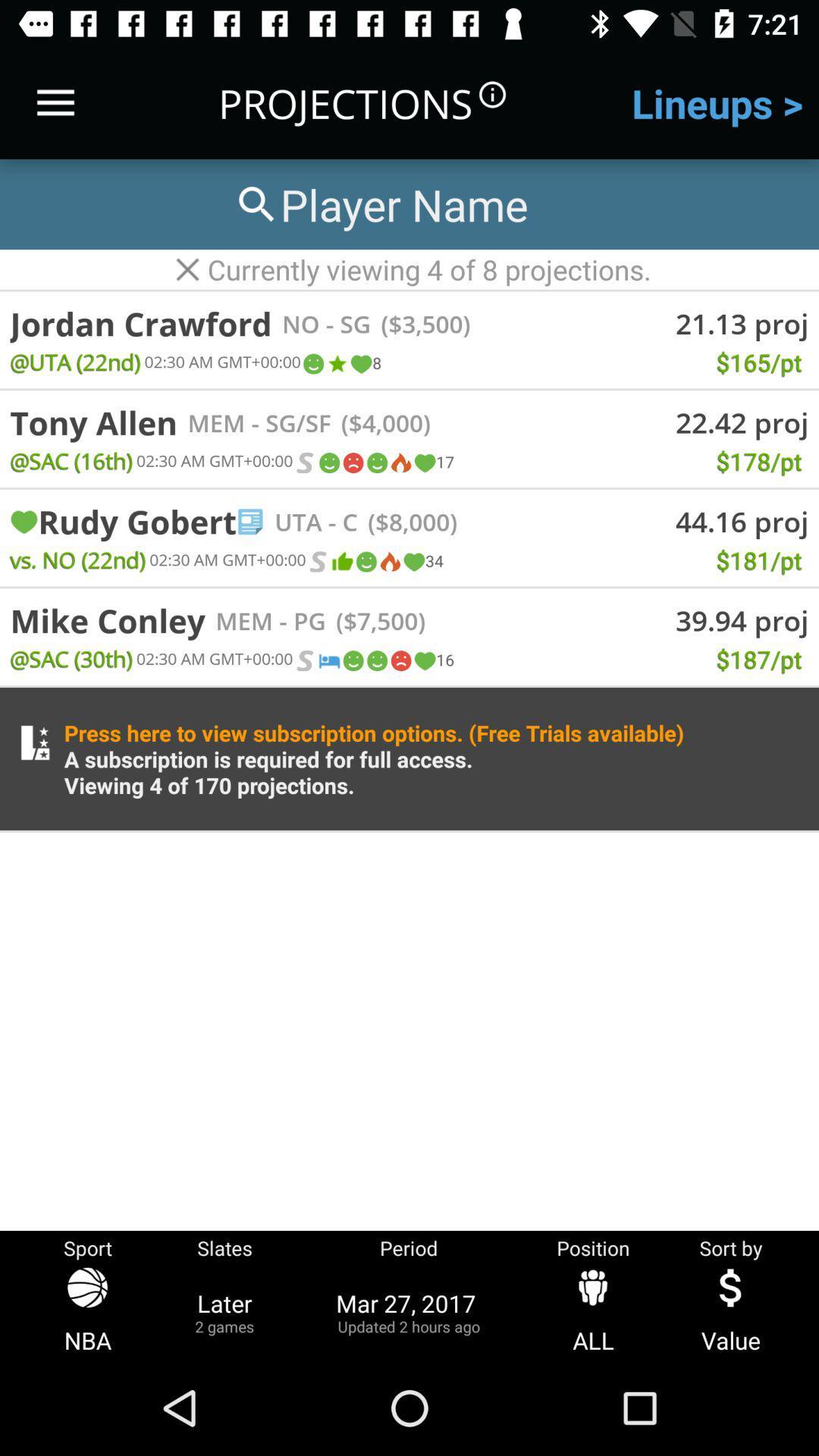  What do you see at coordinates (55, 102) in the screenshot?
I see `item next to the projections item` at bounding box center [55, 102].